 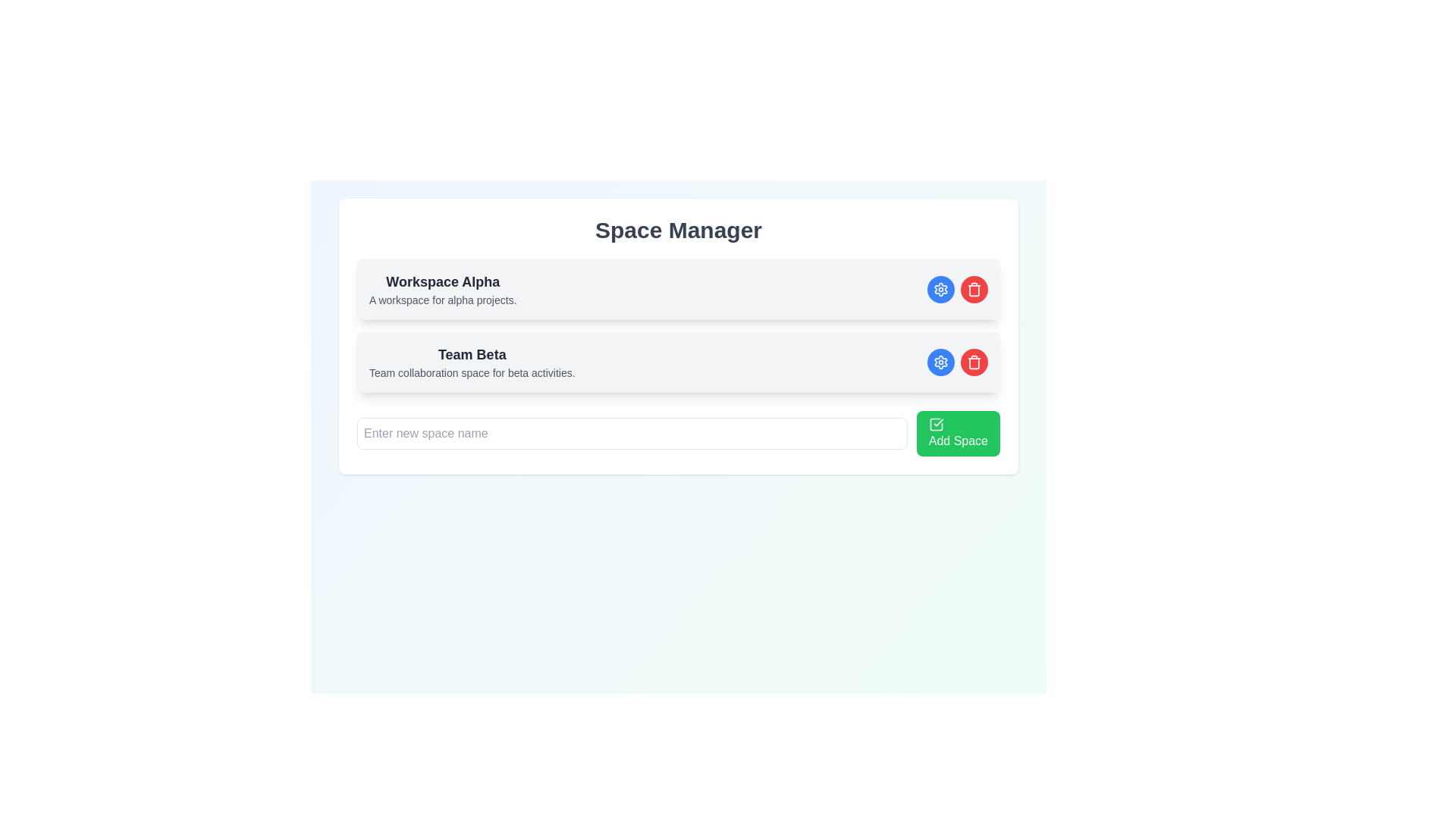 I want to click on the delete button associated with the 'Team Beta' workspace, so click(x=974, y=362).